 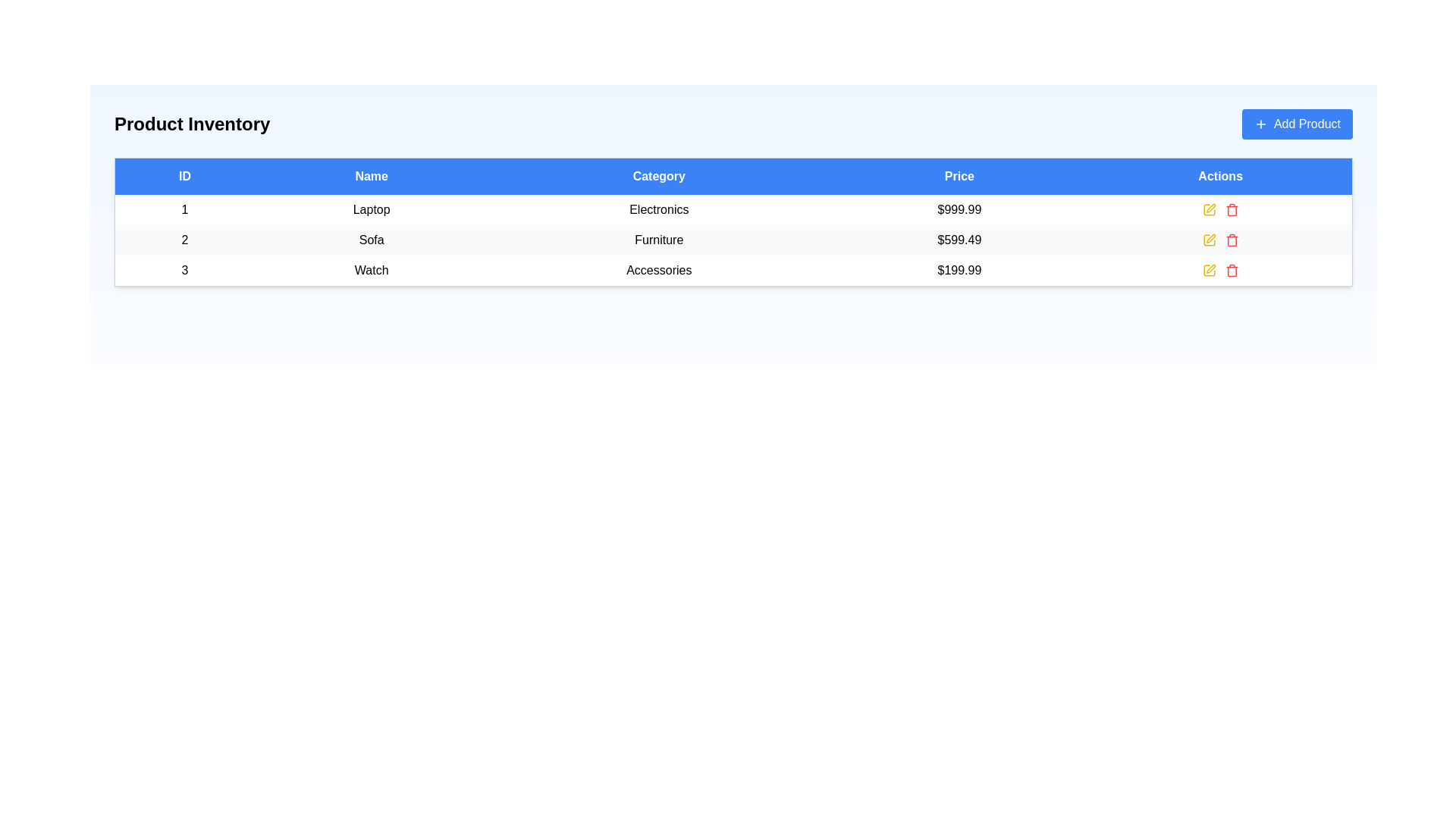 What do you see at coordinates (659, 239) in the screenshot?
I see `the static text label element reading 'Furniture', located in the 'Category' column of the table under the row labeled 'Sofa'` at bounding box center [659, 239].